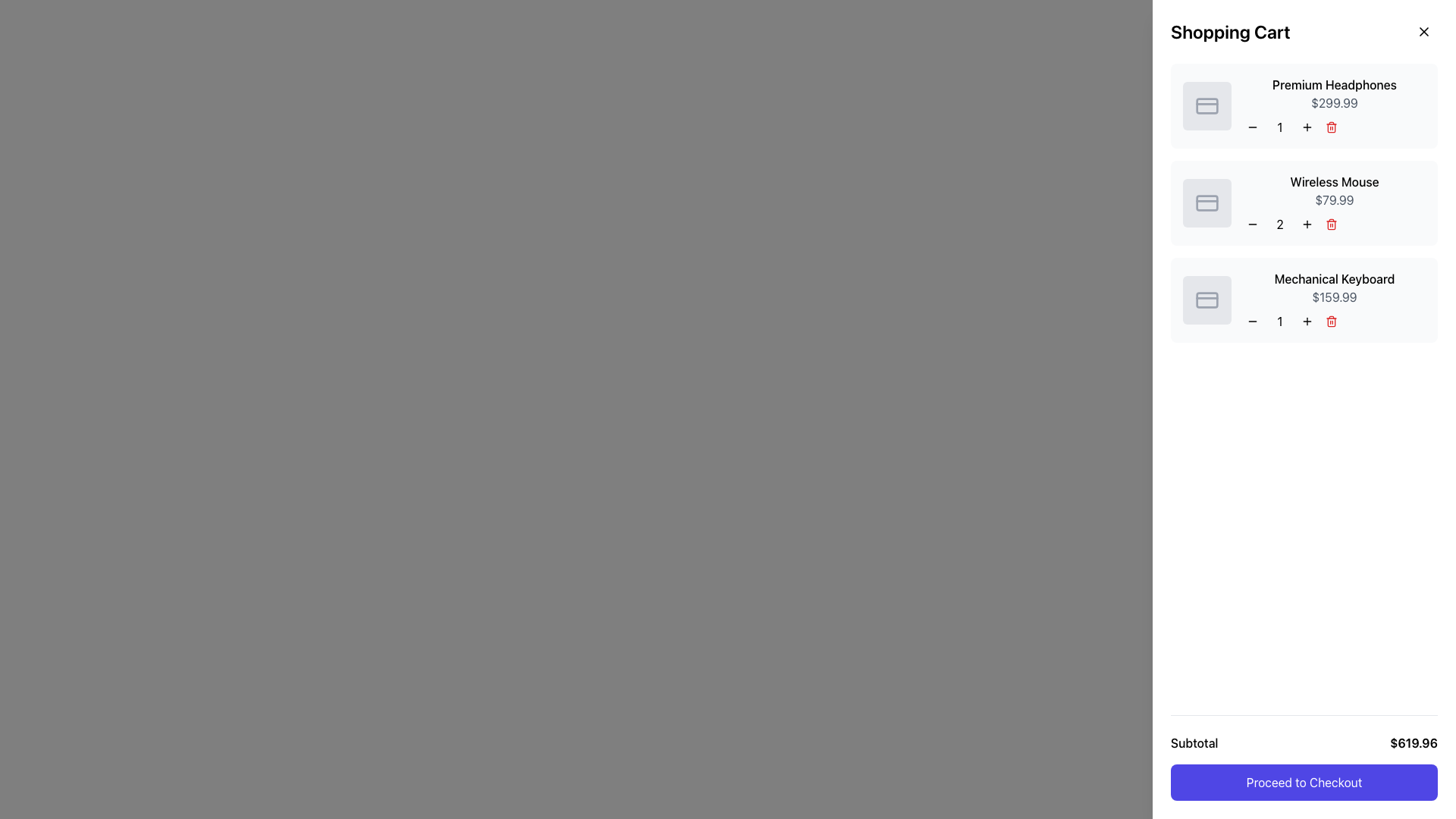 Image resolution: width=1456 pixels, height=819 pixels. Describe the element at coordinates (1335, 224) in the screenshot. I see `the button located at the end of the shopping cart entry for 'Wireless Mouse'` at that location.